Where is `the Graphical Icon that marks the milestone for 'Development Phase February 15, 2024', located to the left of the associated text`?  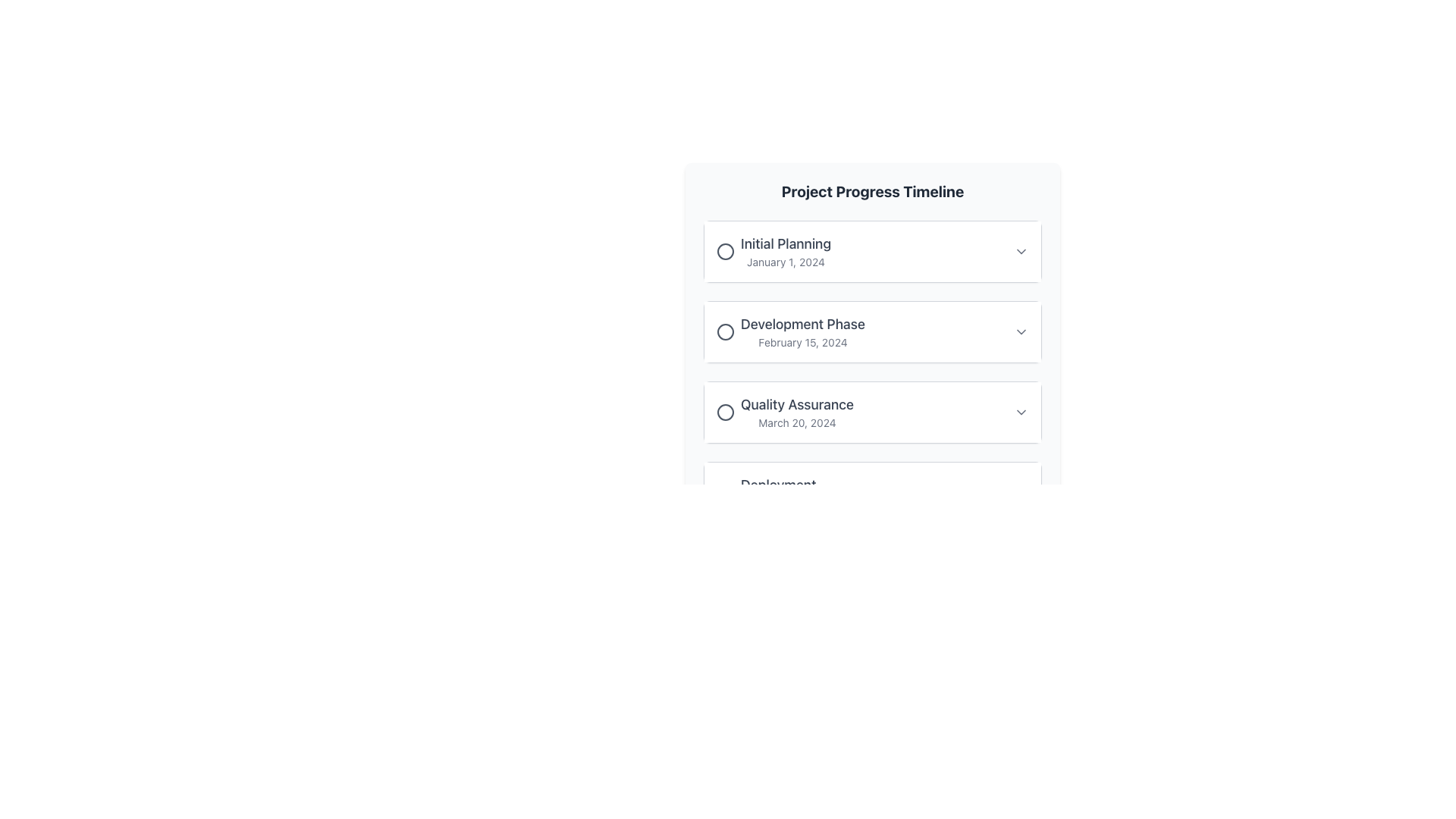 the Graphical Icon that marks the milestone for 'Development Phase February 15, 2024', located to the left of the associated text is located at coordinates (724, 331).